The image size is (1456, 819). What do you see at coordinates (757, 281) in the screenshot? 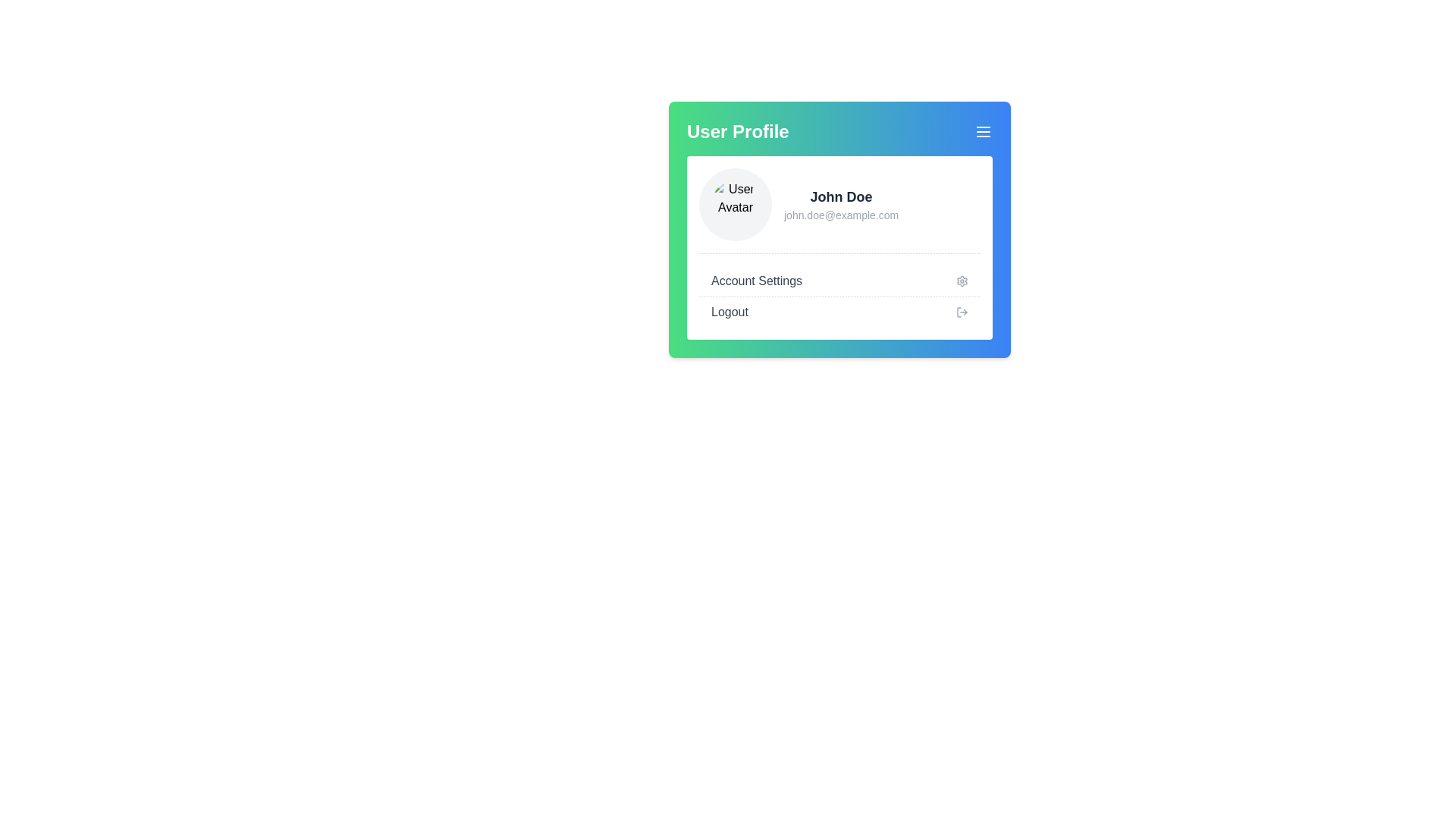
I see `the account settings label located above the 'Logout' option` at bounding box center [757, 281].